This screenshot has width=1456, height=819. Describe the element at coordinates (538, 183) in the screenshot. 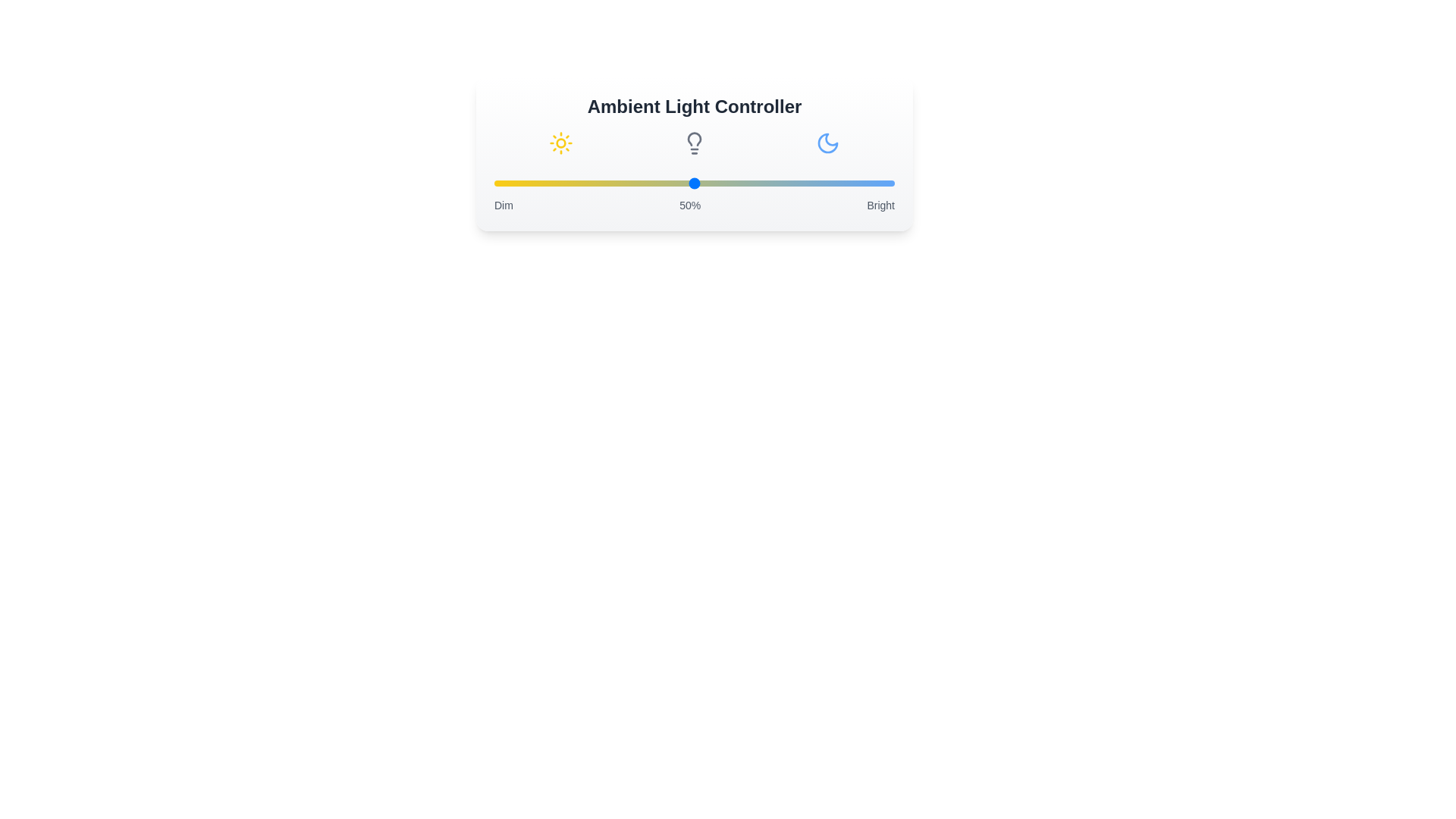

I see `the light intensity to 11% by moving the slider` at that location.